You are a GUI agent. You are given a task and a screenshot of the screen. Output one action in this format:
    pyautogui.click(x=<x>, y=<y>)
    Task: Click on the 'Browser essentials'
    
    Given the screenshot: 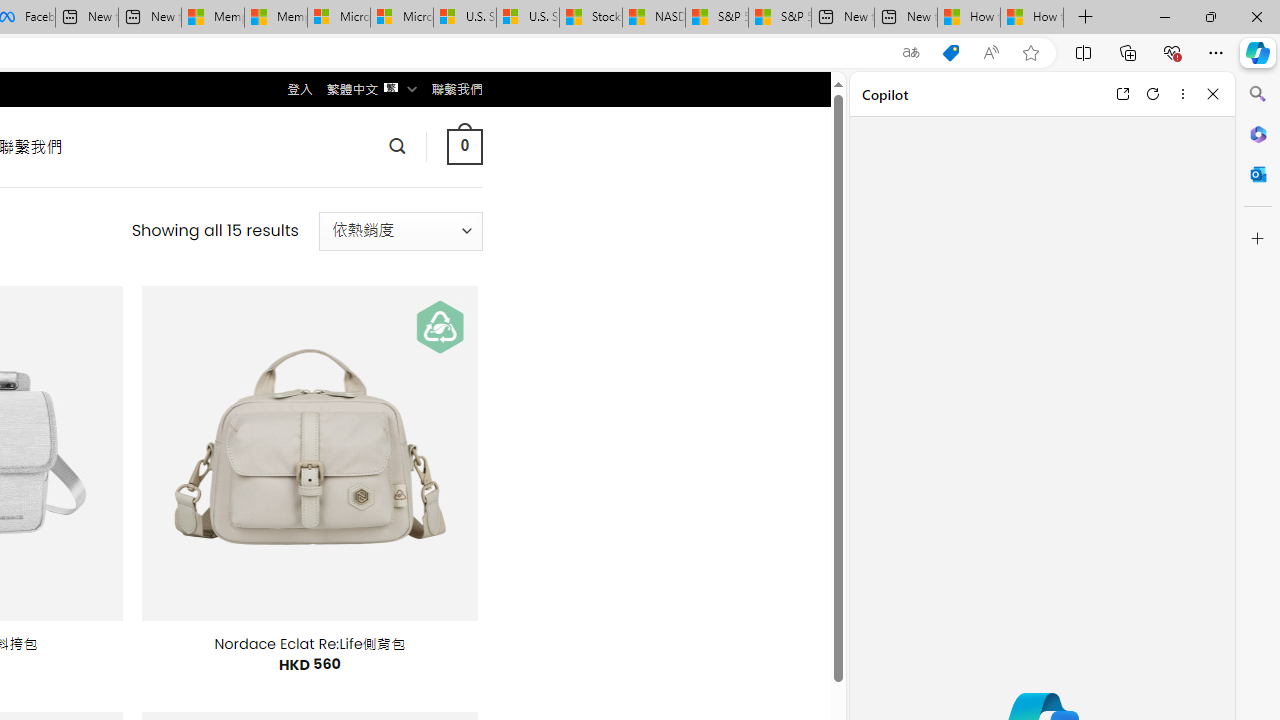 What is the action you would take?
    pyautogui.click(x=1171, y=51)
    